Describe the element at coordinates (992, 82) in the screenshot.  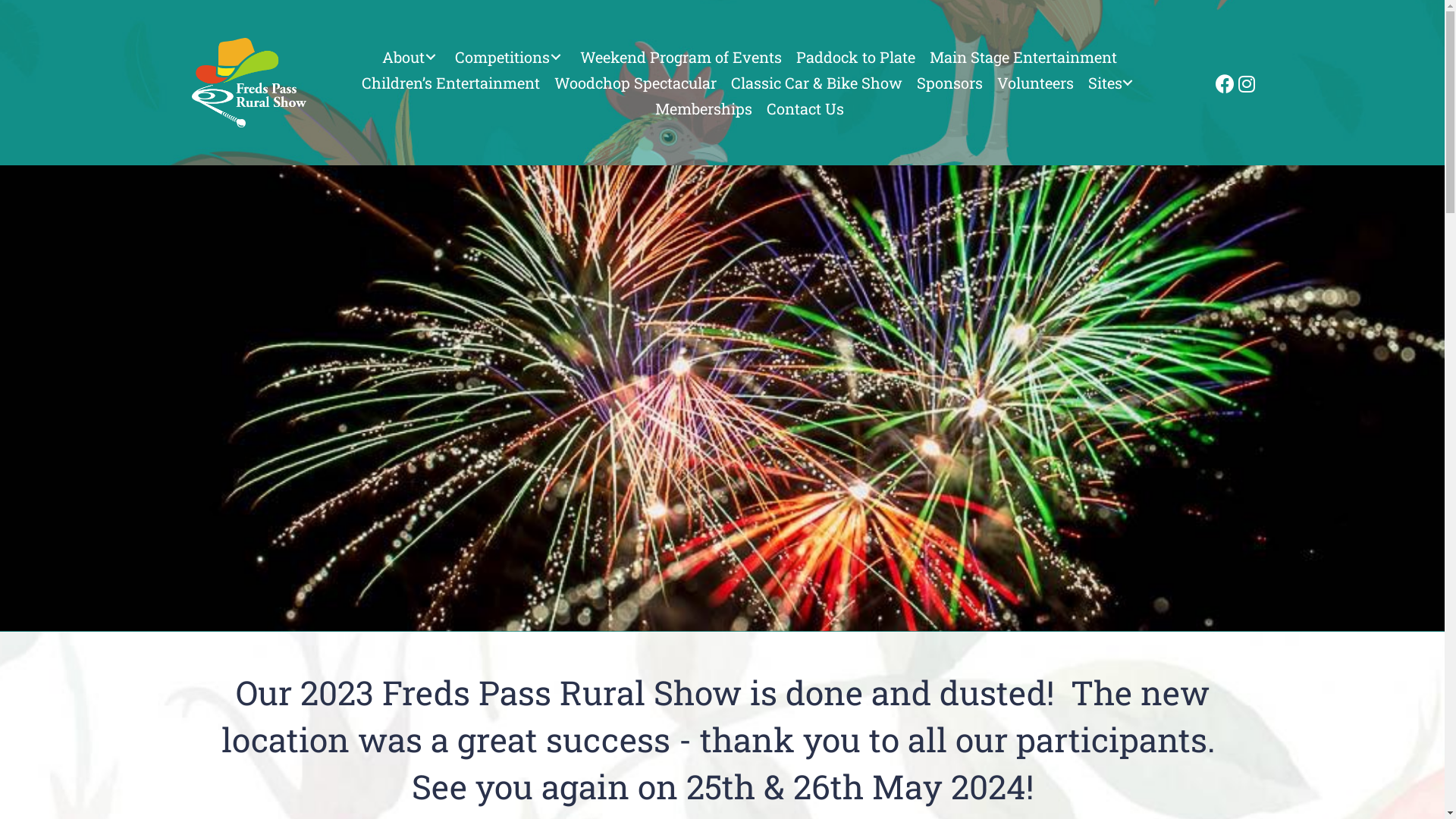
I see `'Volunteers'` at that location.